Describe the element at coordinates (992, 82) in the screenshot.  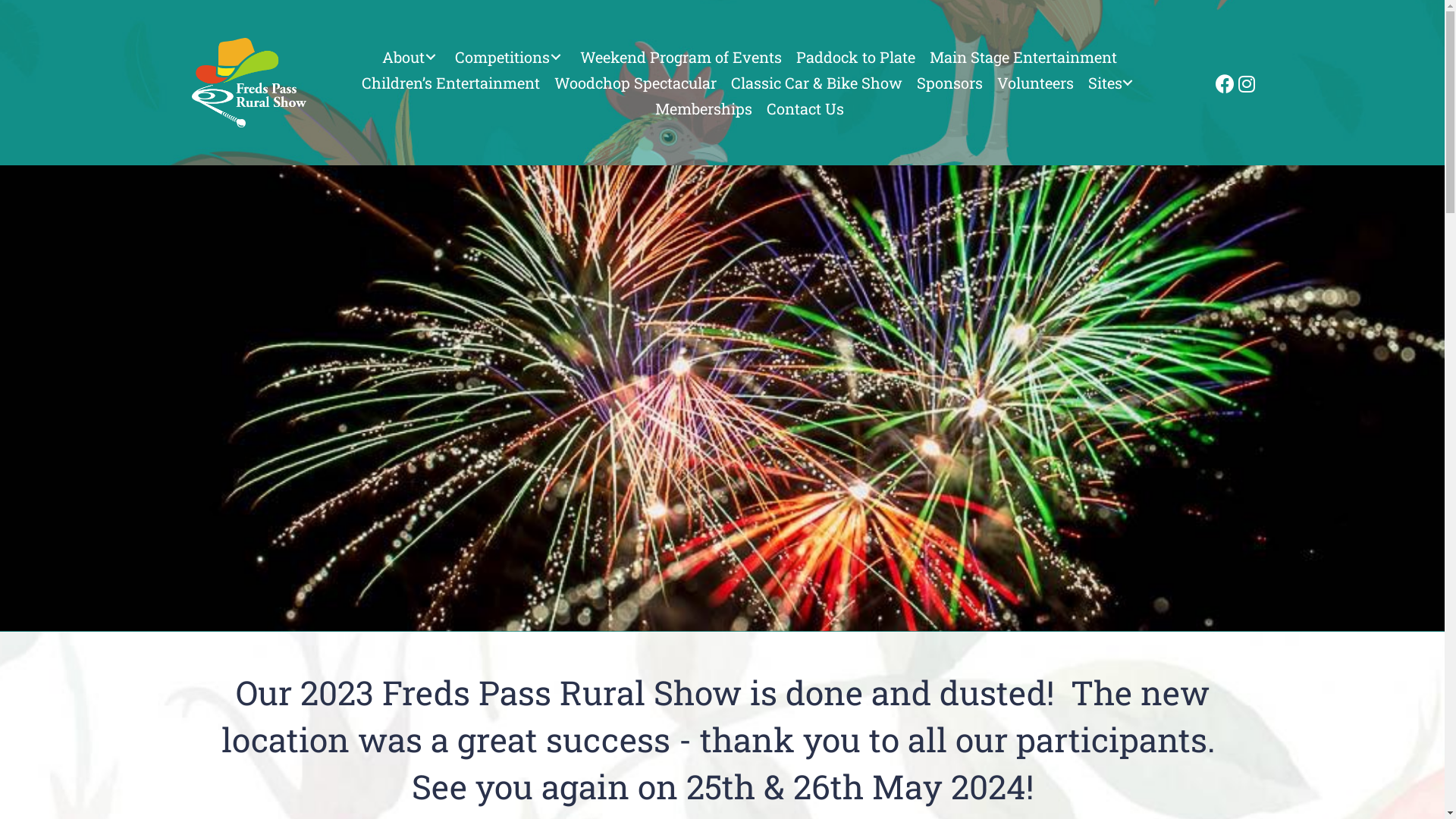
I see `'Volunteers'` at that location.